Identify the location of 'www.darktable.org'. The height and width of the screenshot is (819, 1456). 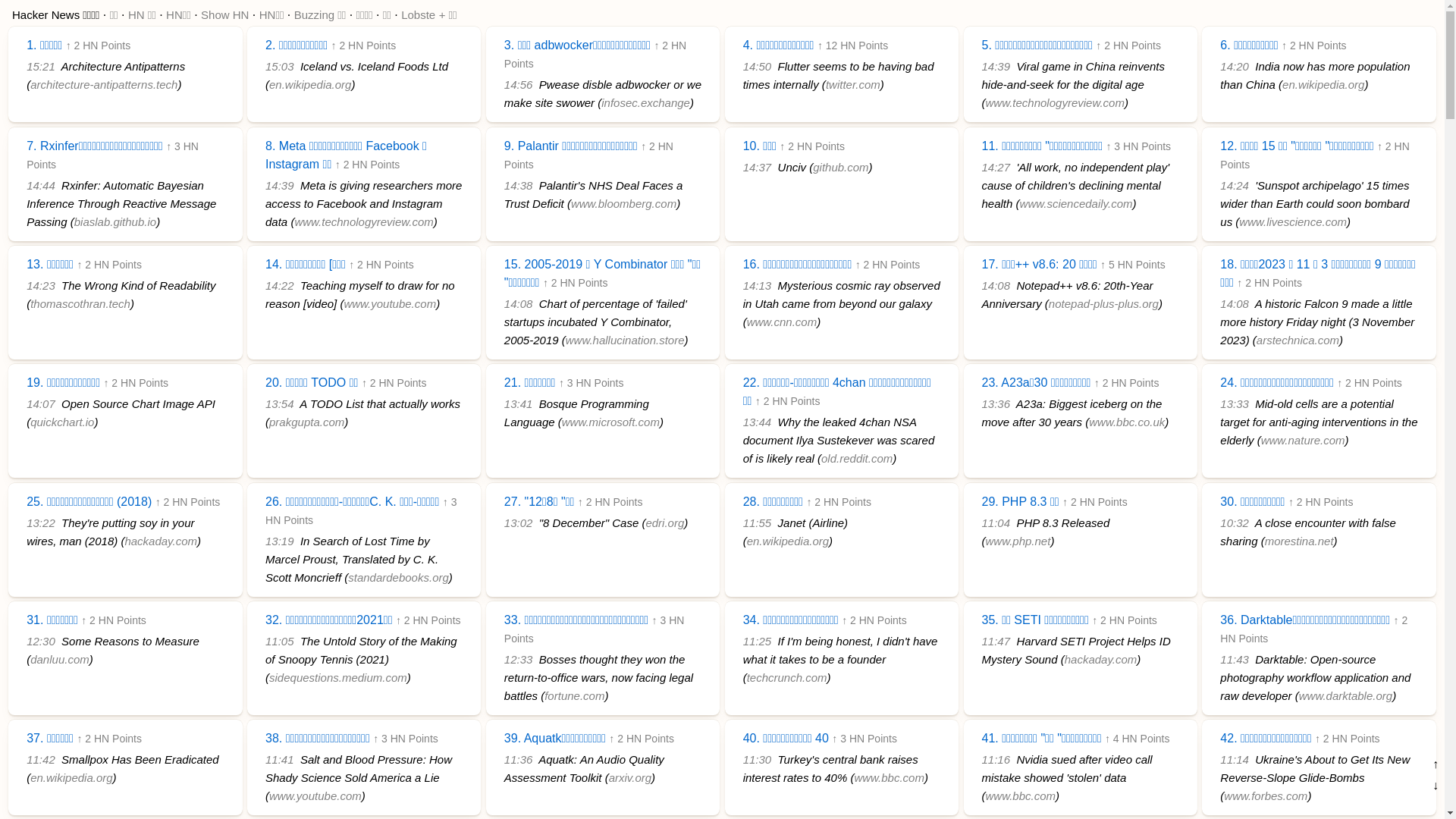
(1298, 695).